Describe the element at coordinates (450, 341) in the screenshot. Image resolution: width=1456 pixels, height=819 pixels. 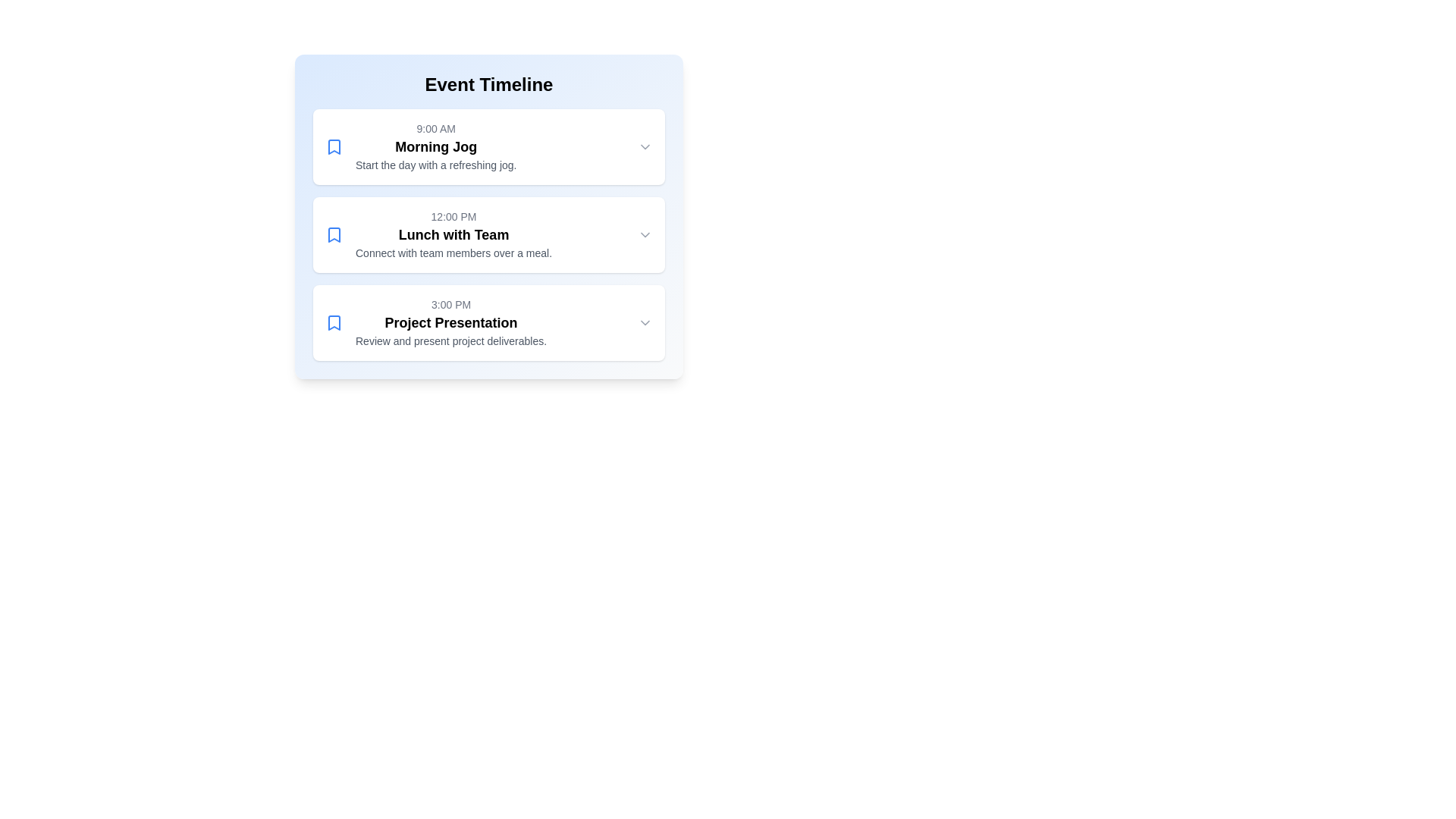
I see `the static text element that states 'Review and present project deliverables', which is styled in small grey font and located beneath the 'Project Presentation' heading in the event timeline interface` at that location.